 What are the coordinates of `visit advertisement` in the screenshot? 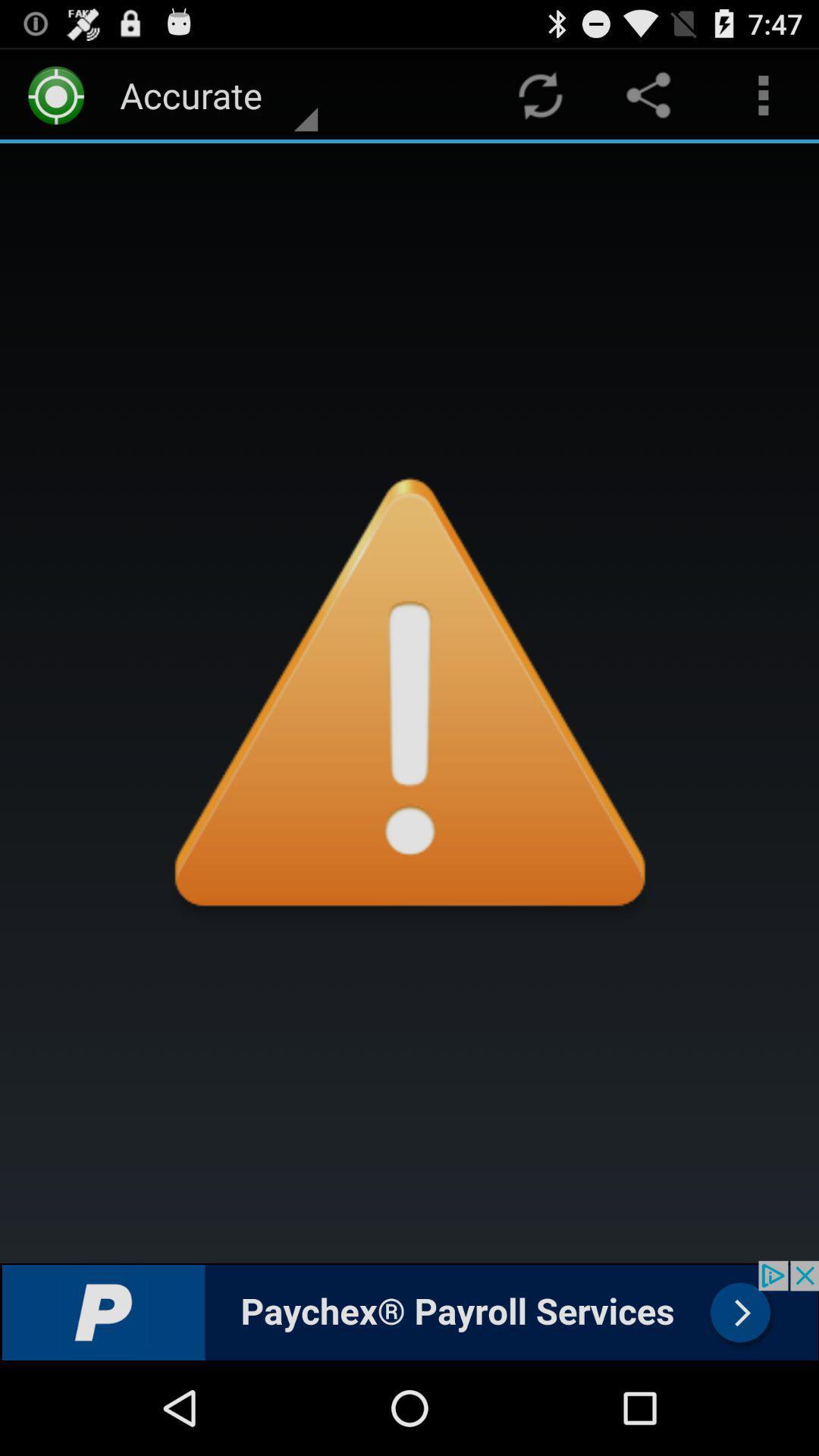 It's located at (409, 1310).